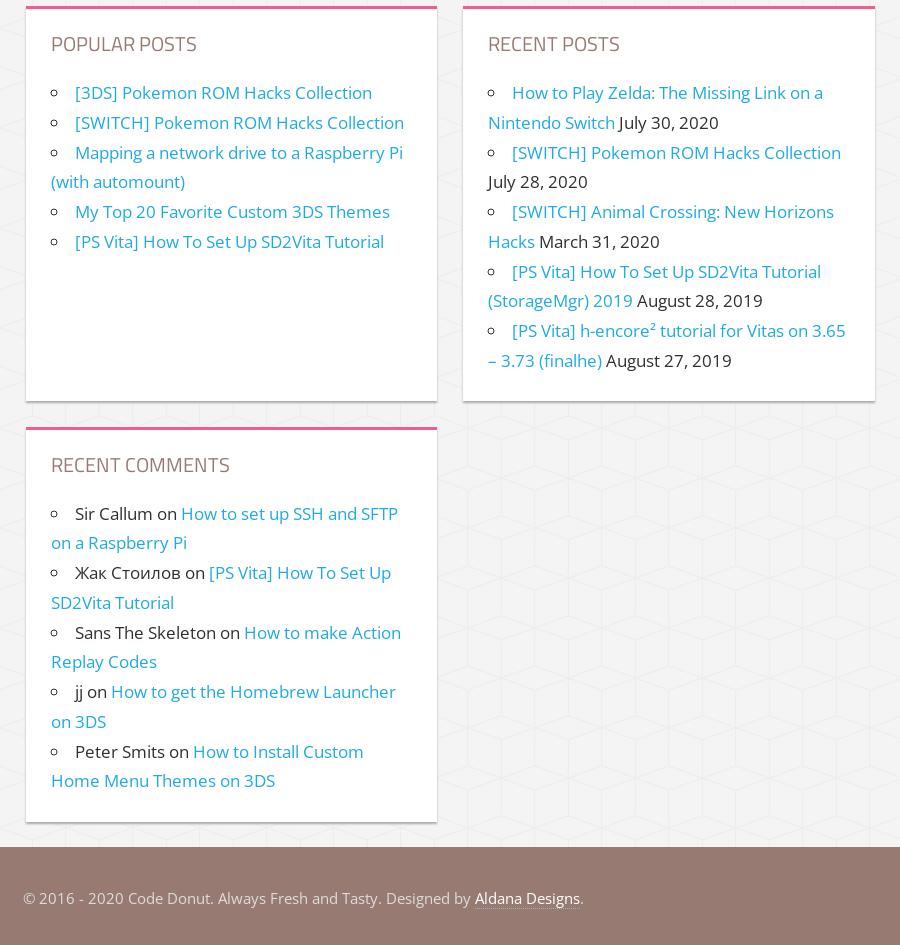  I want to click on 'August 28, 2019', so click(699, 300).